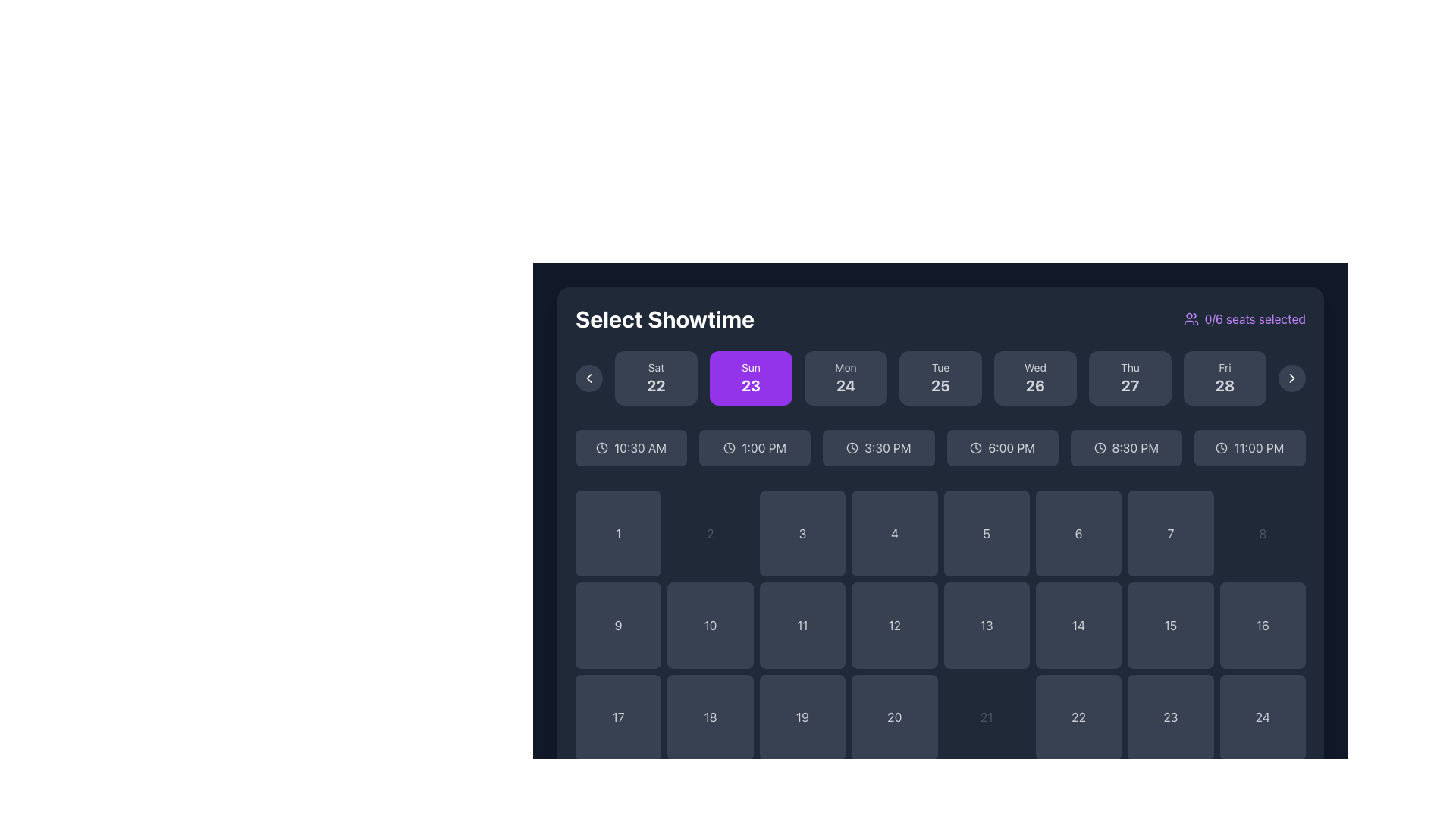 The height and width of the screenshot is (819, 1456). Describe the element at coordinates (618, 532) in the screenshot. I see `the interactive button labeled '1' at the top-left corner of the grid` at that location.